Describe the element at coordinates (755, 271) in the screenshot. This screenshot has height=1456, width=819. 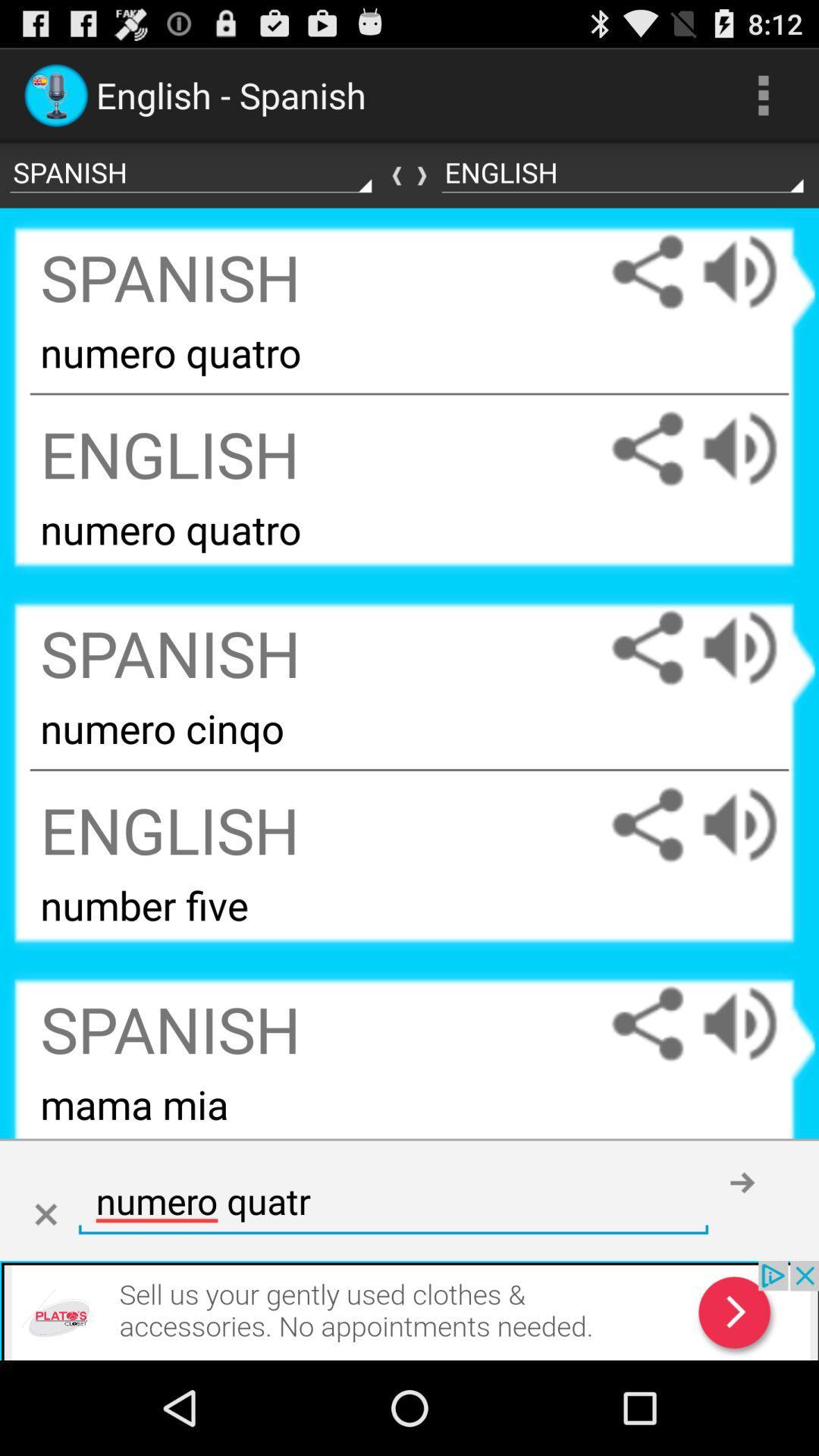
I see `sound` at that location.